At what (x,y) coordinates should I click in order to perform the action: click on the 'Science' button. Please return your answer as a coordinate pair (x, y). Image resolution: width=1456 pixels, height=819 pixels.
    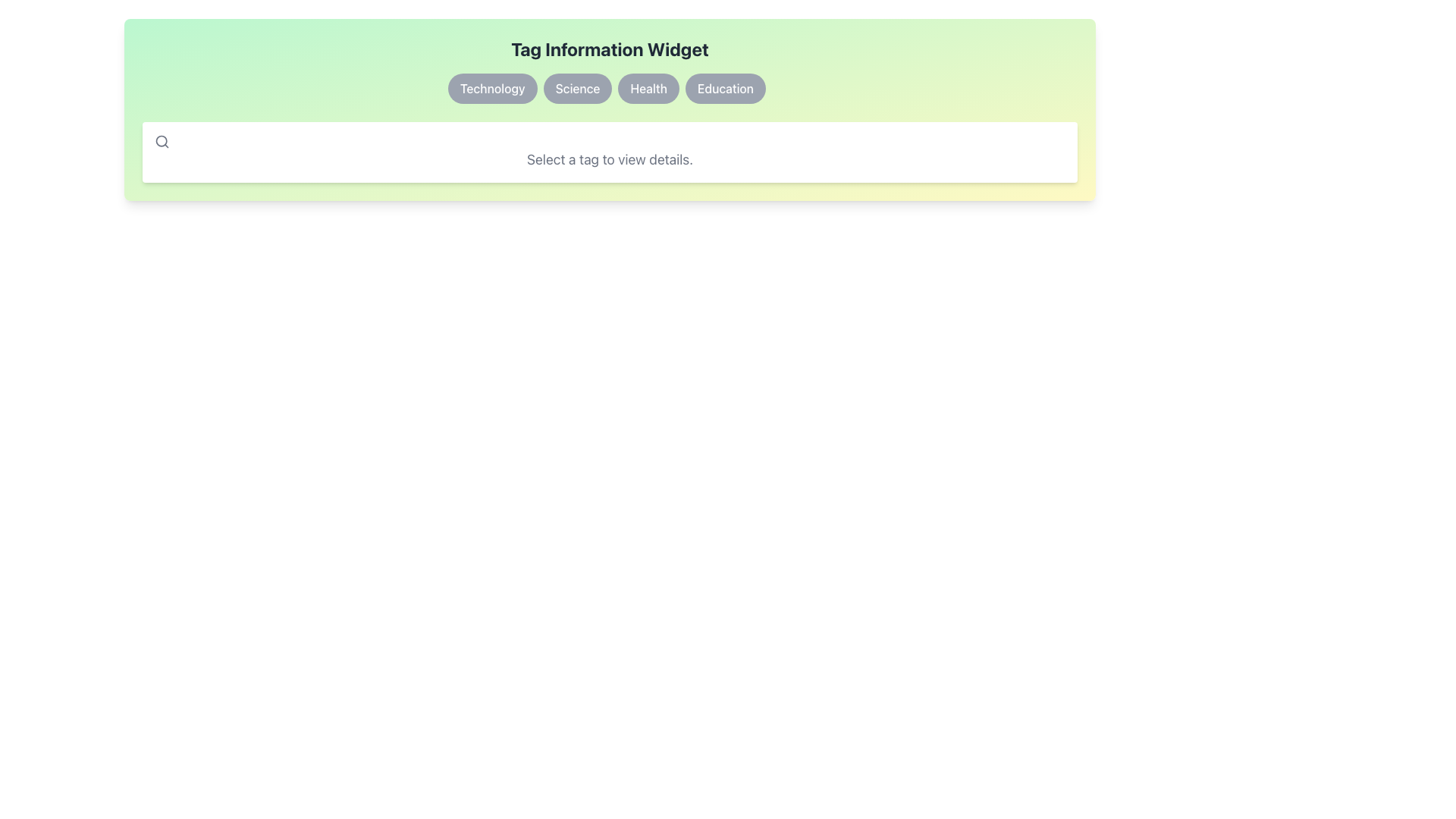
    Looking at the image, I should click on (577, 88).